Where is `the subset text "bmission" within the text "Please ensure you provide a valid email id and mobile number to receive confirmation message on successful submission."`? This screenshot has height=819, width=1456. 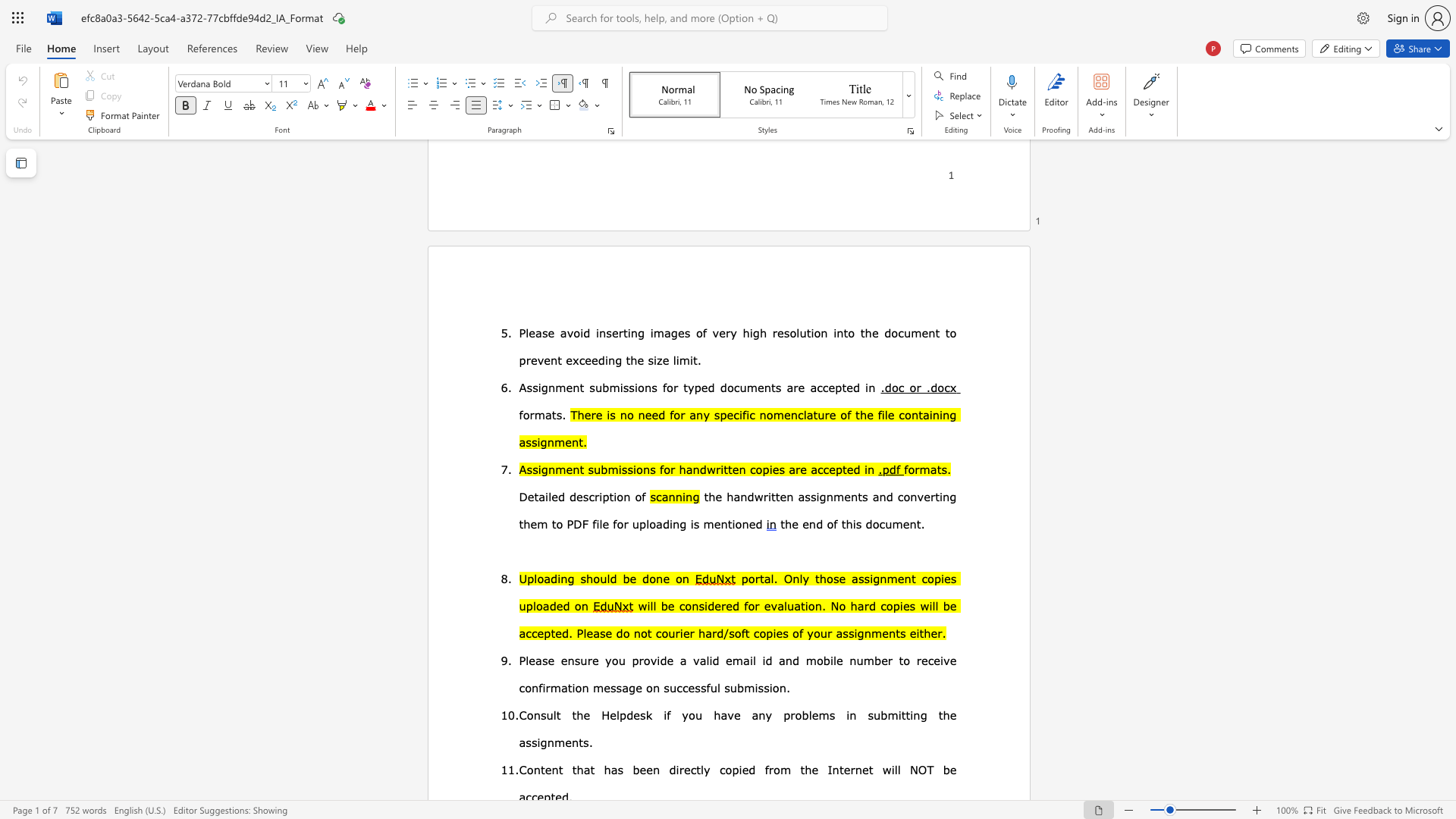 the subset text "bmission" within the text "Please ensure you provide a valid email id and mobile number to receive confirmation message on successful submission." is located at coordinates (737, 687).